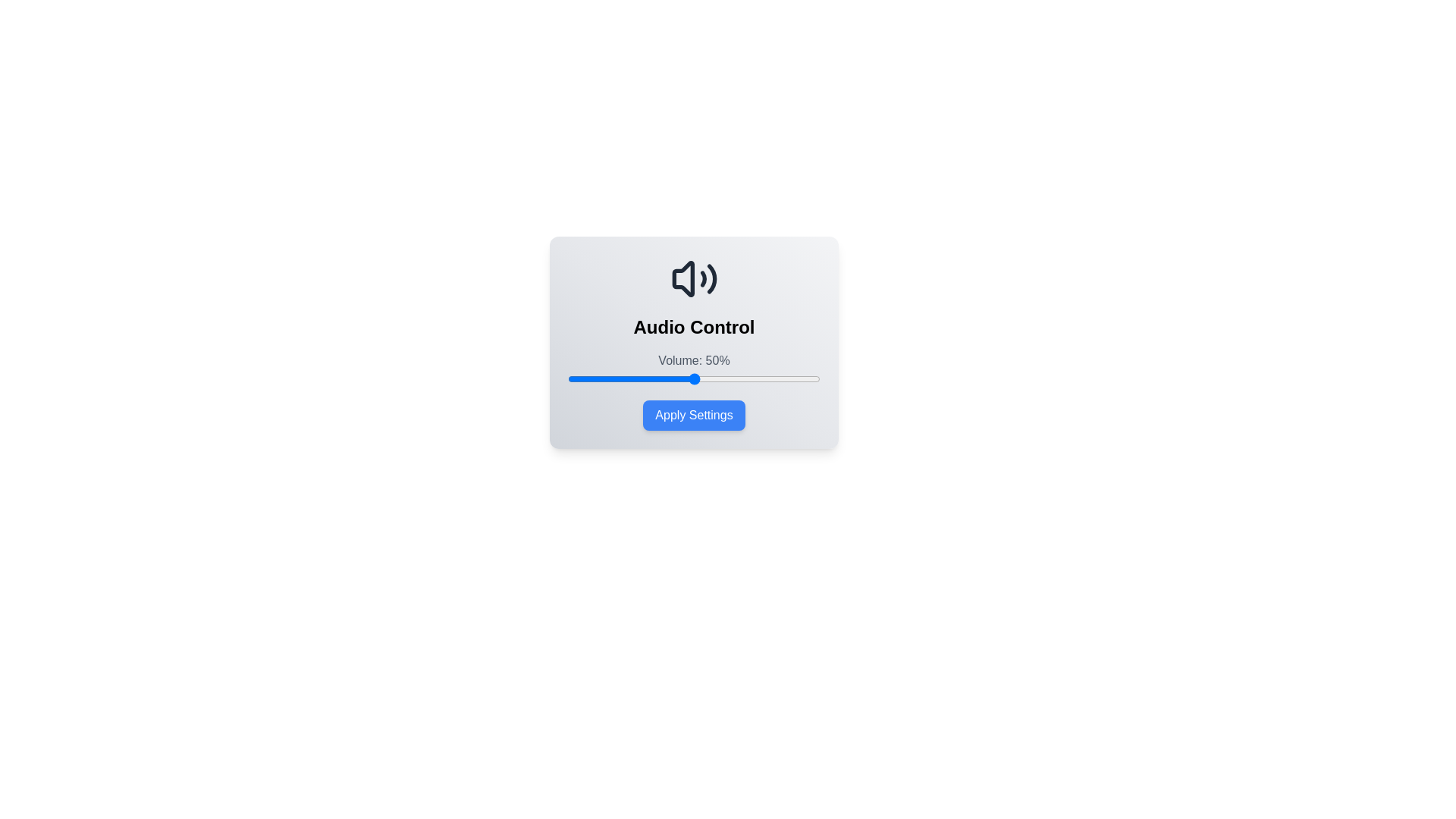  Describe the element at coordinates (693, 360) in the screenshot. I see `the static text label displaying 'Volume: 50%' located beneath the 'Audio Control' header and above the progress slider bar` at that location.